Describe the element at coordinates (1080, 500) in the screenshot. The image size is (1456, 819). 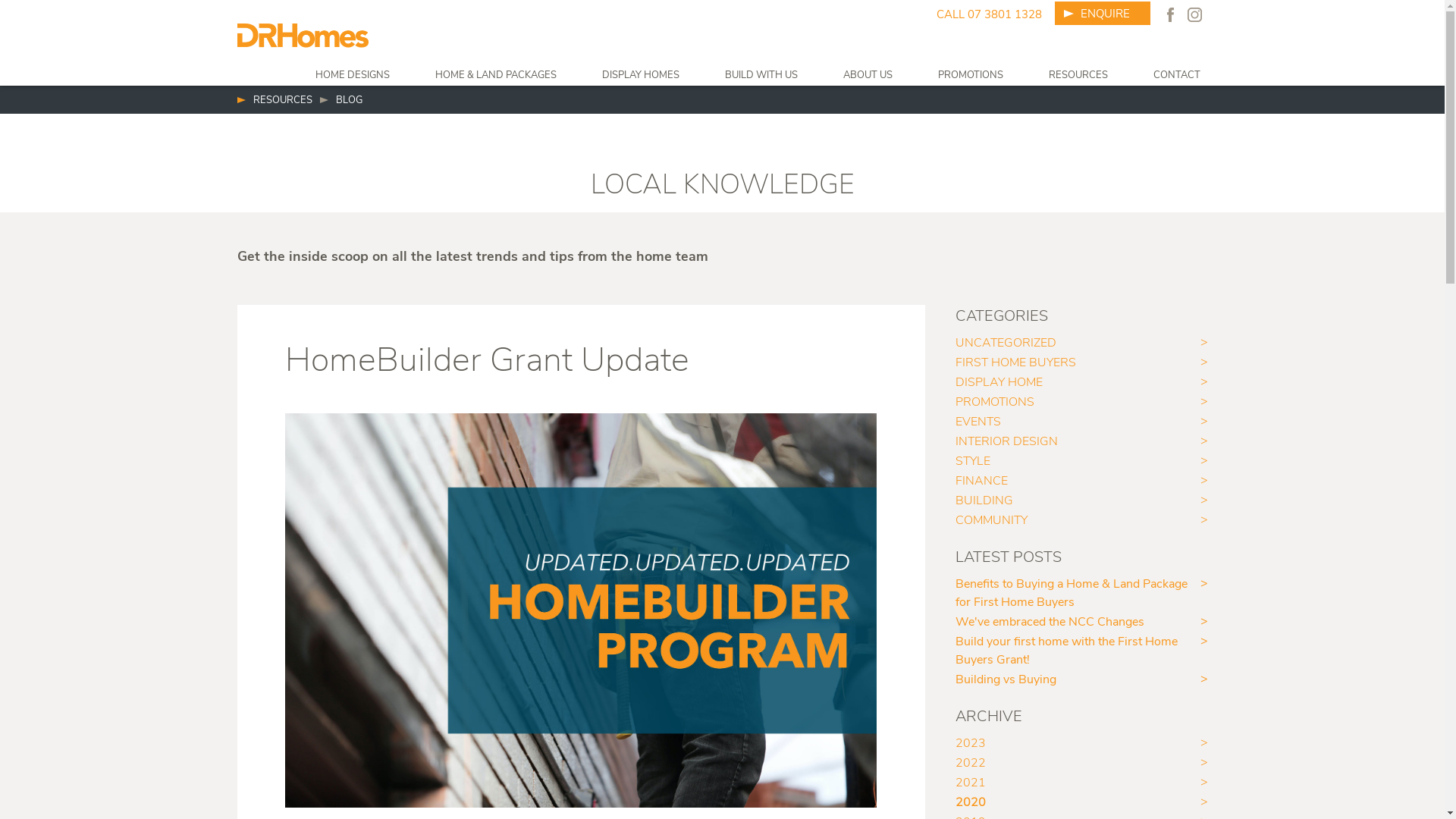
I see `'BUILDING'` at that location.